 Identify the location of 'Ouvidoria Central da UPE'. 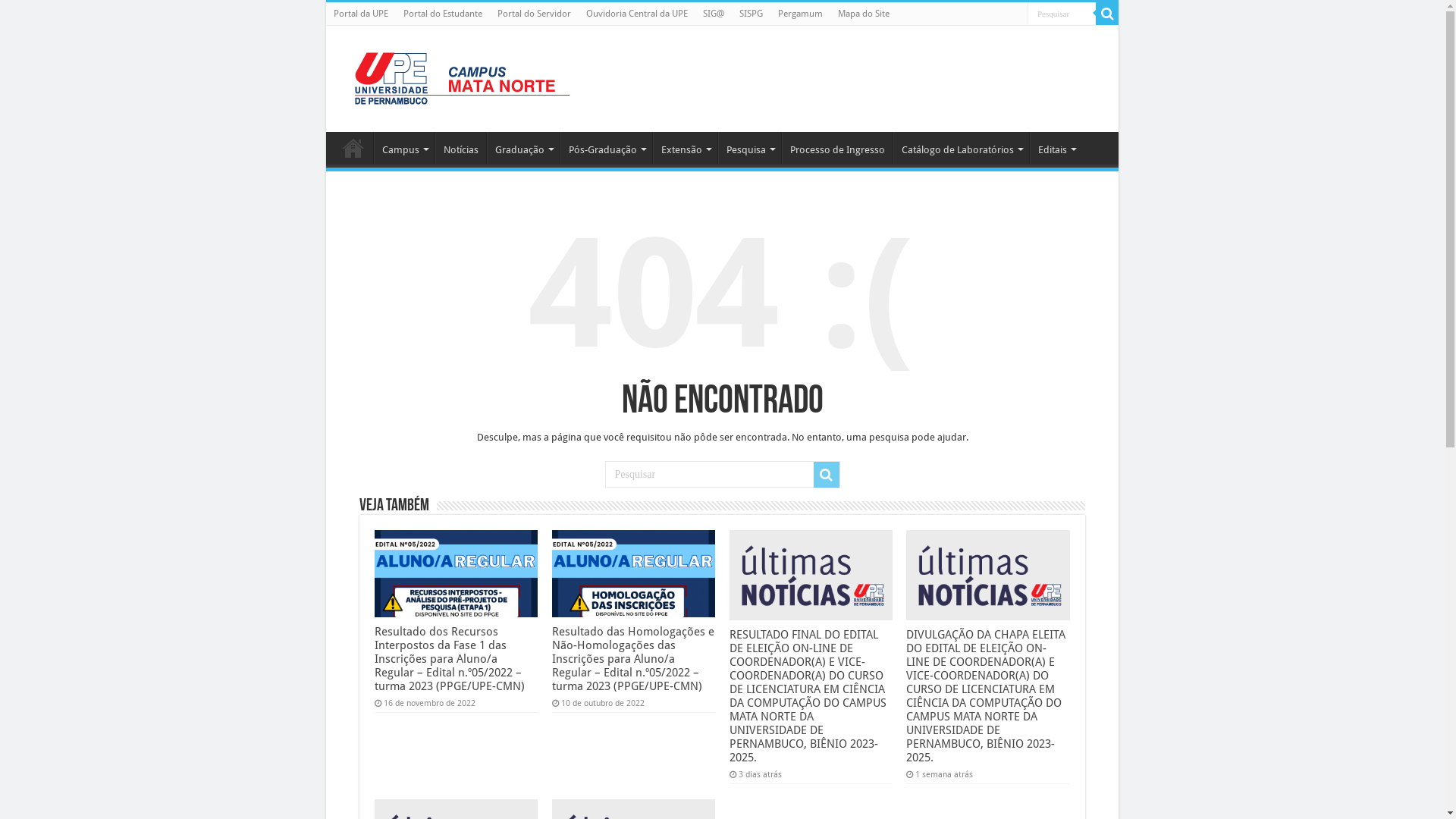
(578, 14).